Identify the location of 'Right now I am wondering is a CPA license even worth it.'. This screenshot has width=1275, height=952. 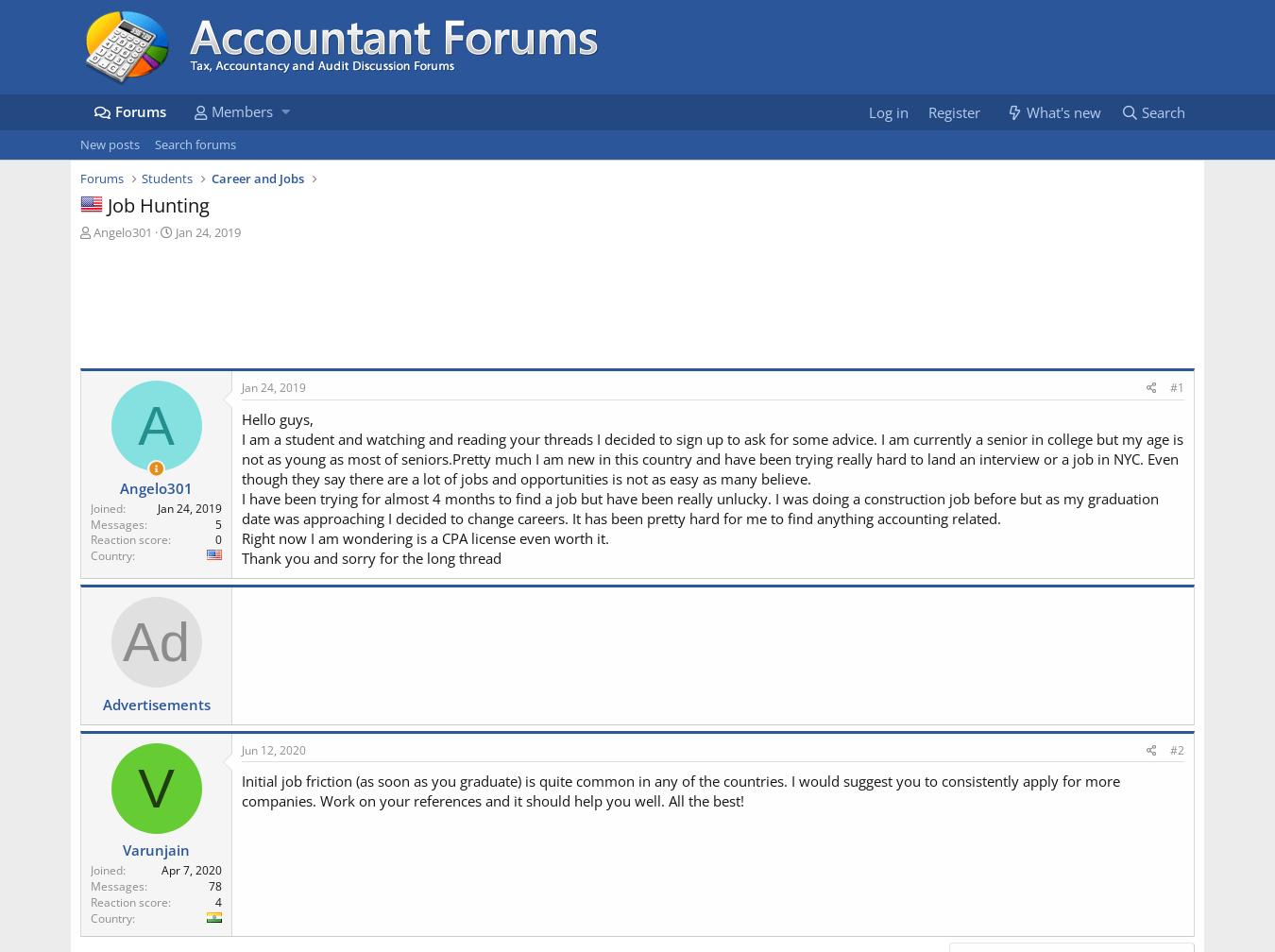
(240, 538).